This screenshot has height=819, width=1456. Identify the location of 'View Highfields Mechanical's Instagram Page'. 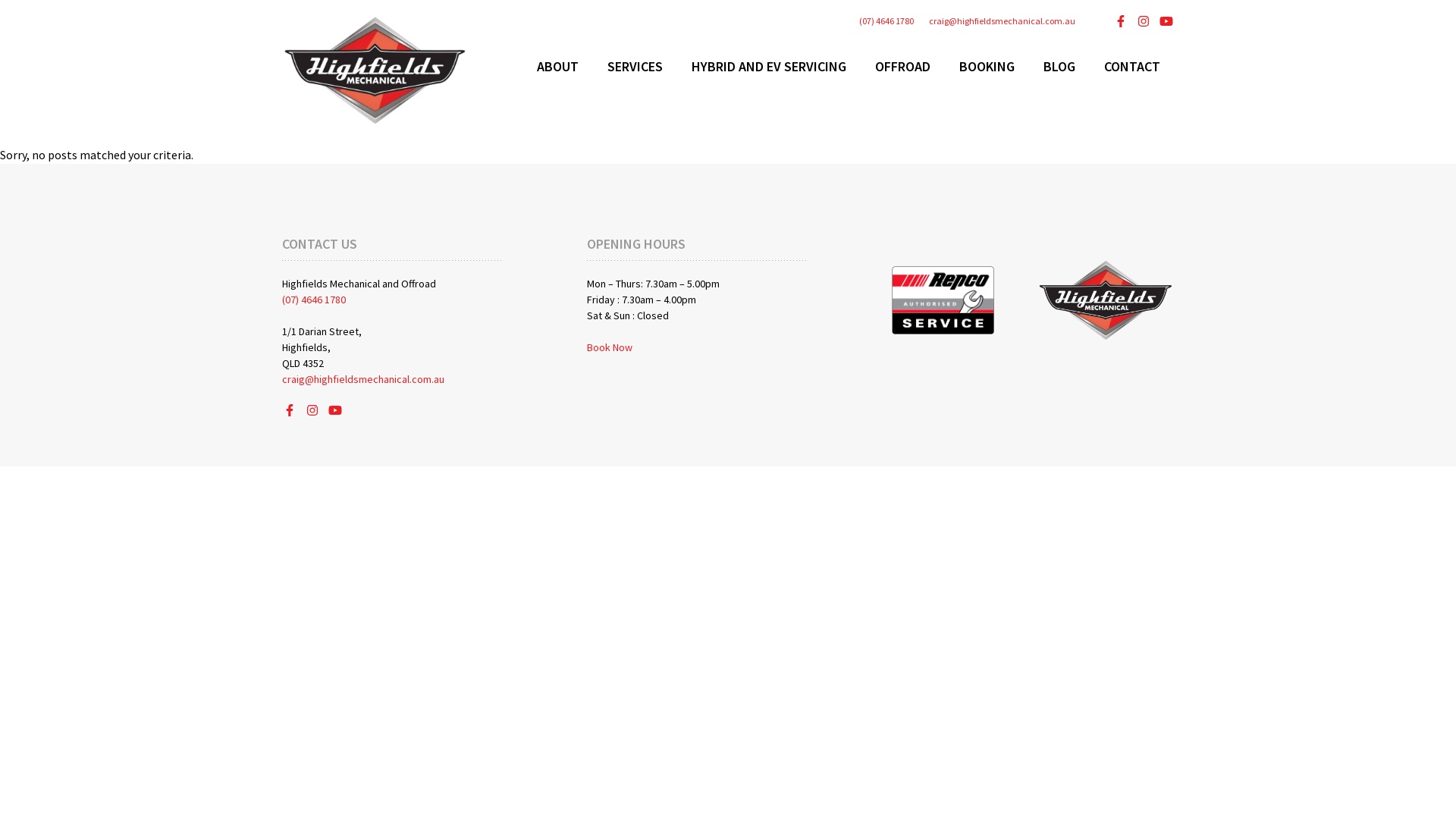
(1143, 20).